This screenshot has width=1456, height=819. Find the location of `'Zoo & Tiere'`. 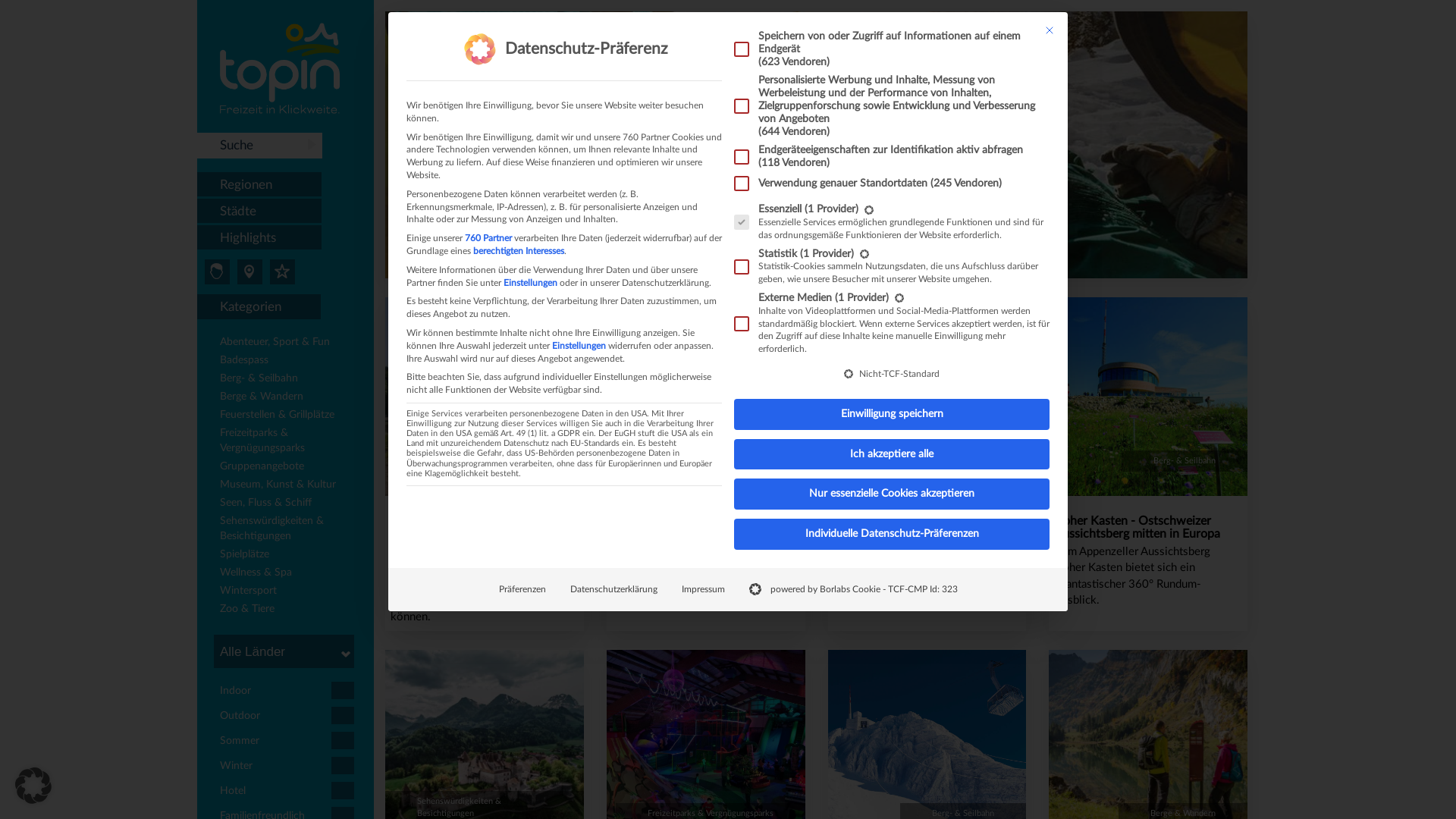

'Zoo & Tiere' is located at coordinates (218, 610).